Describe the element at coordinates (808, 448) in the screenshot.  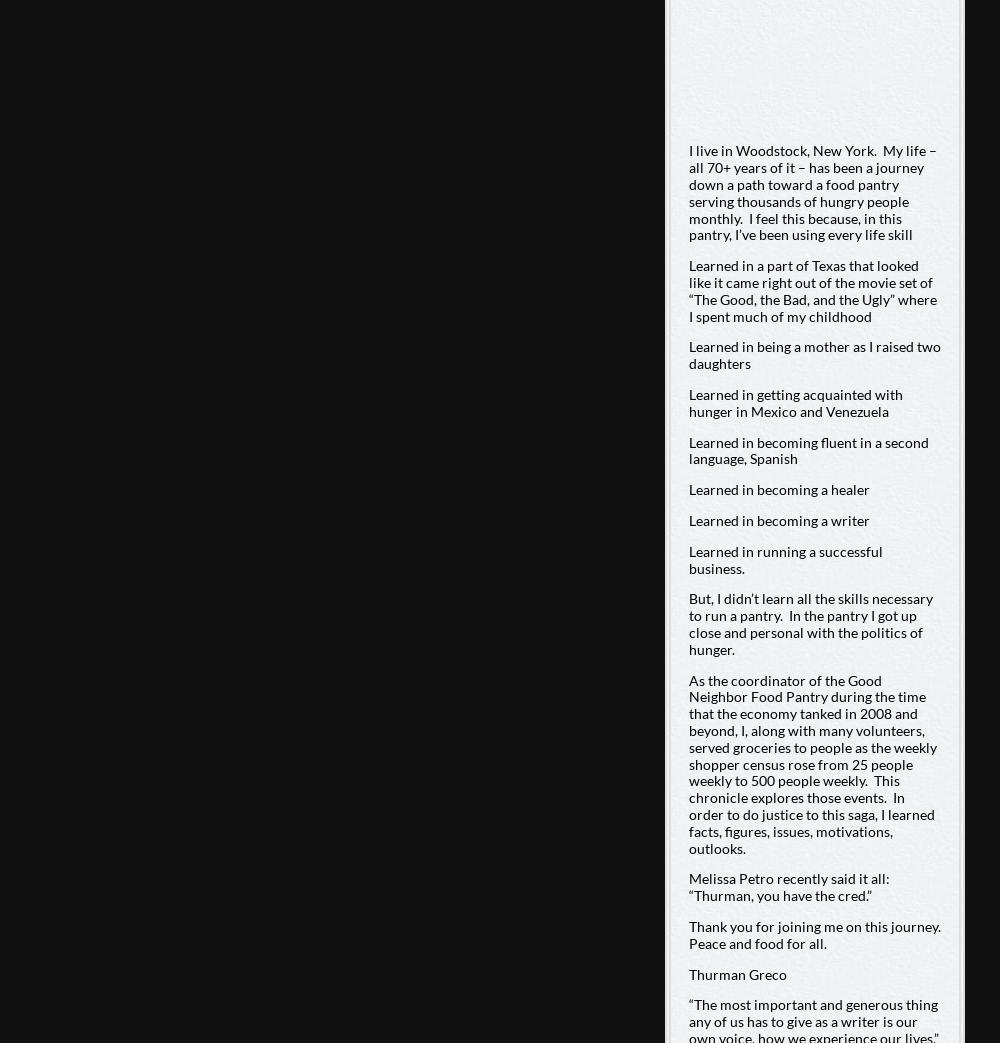
I see `'Learned in becoming fluent in a second language, Spanish'` at that location.